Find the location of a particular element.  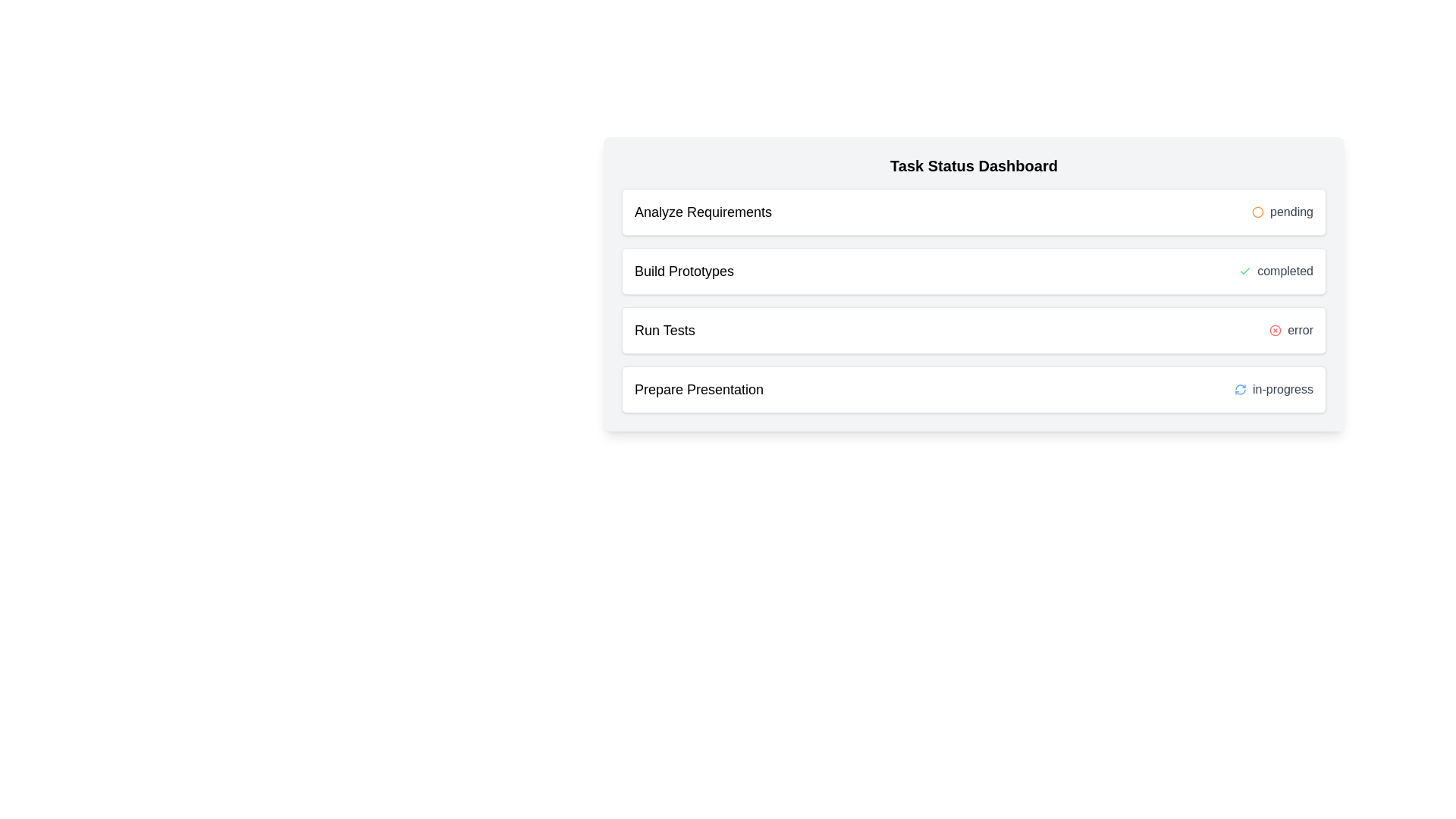

small circular red outlined icon with an 'x' symbol, positioned to the left of the 'error' text in the third row of the task status dashboard, representing the 'Run Tests' task is located at coordinates (1275, 329).